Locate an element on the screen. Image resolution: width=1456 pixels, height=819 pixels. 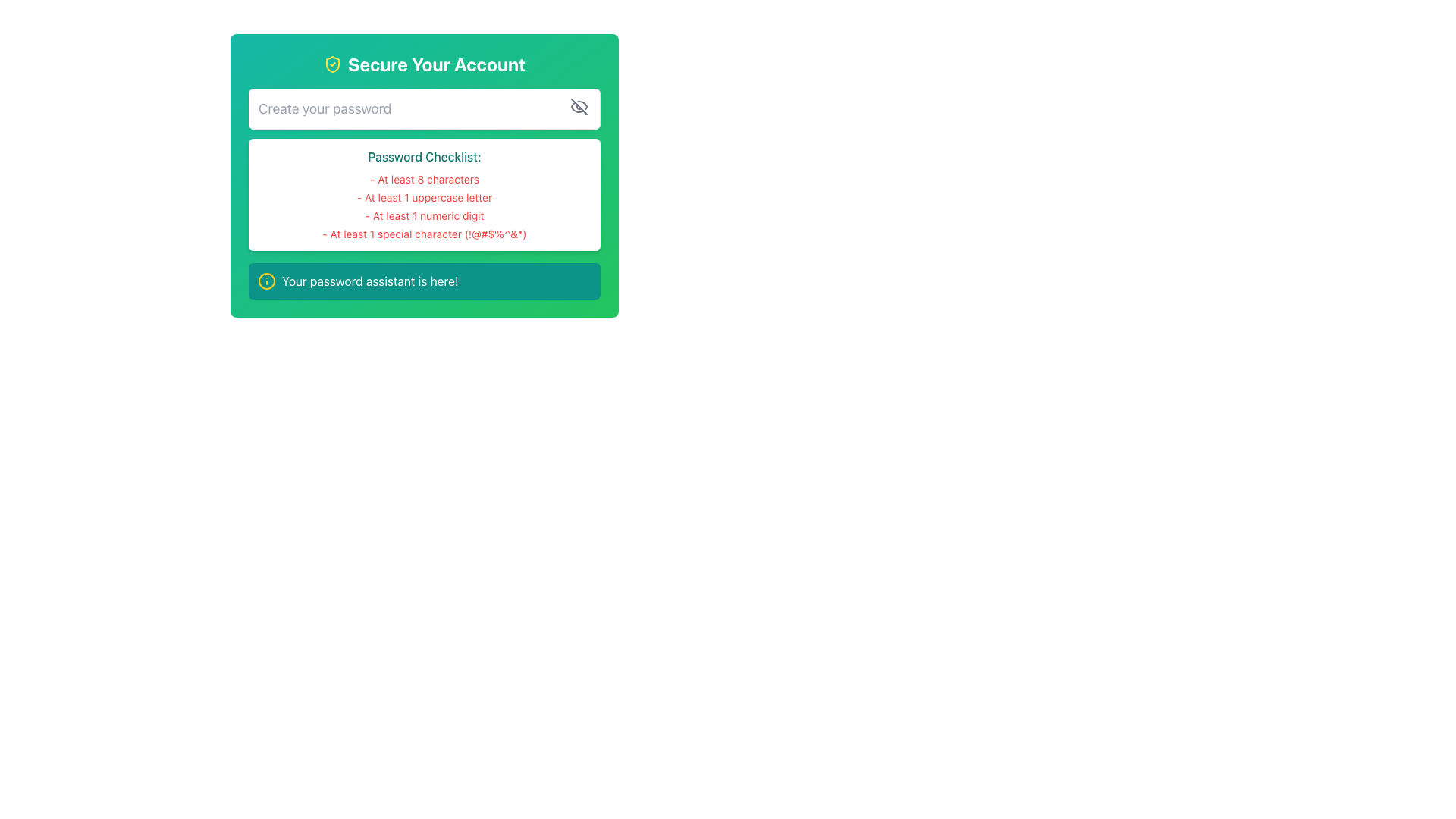
the checklist item displaying the requirement '- At least 1 numeric digit' in red font, positioned under the second item '- At least 1 uppercase letter' is located at coordinates (425, 216).